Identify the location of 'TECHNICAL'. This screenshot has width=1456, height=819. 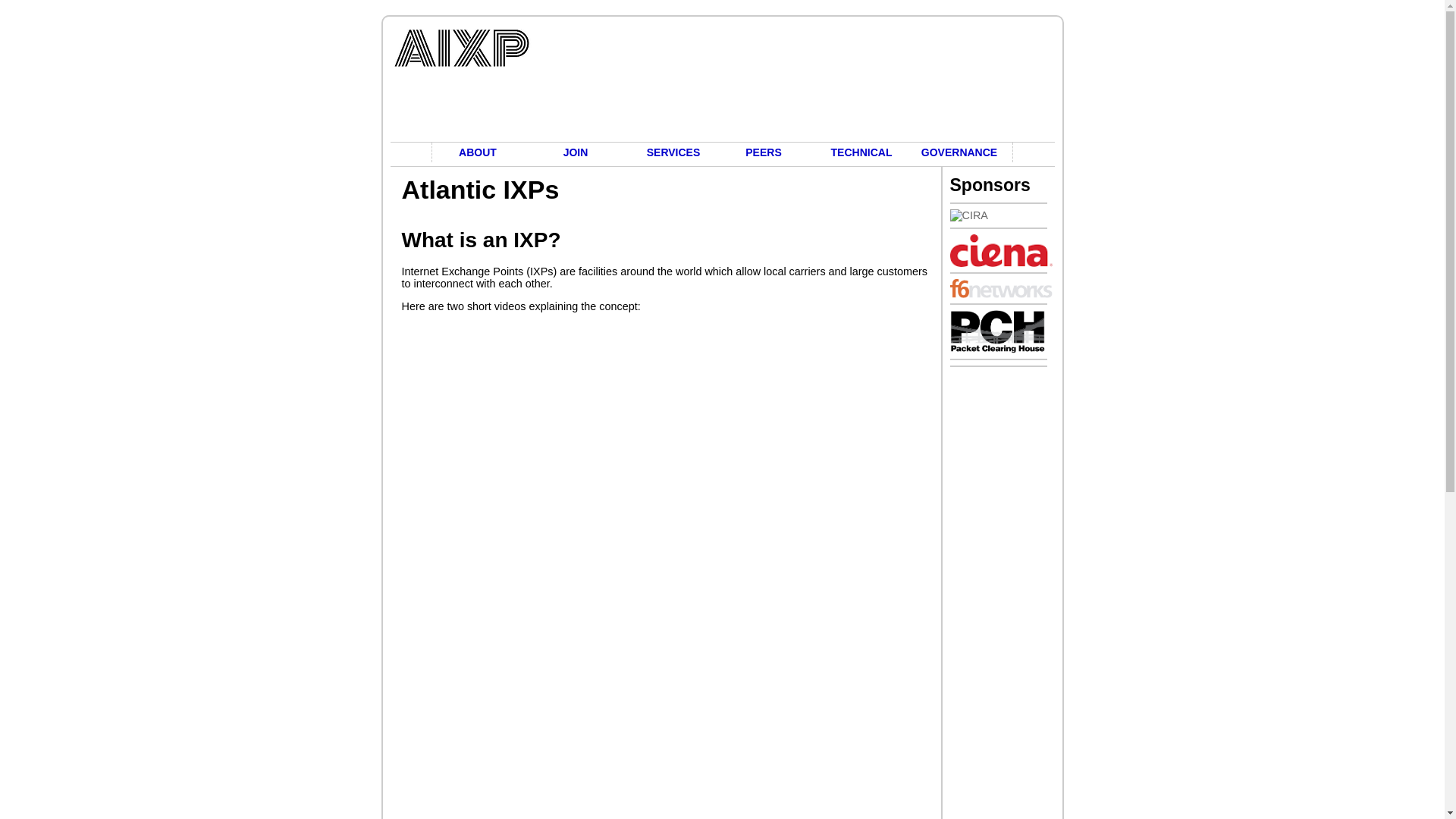
(865, 152).